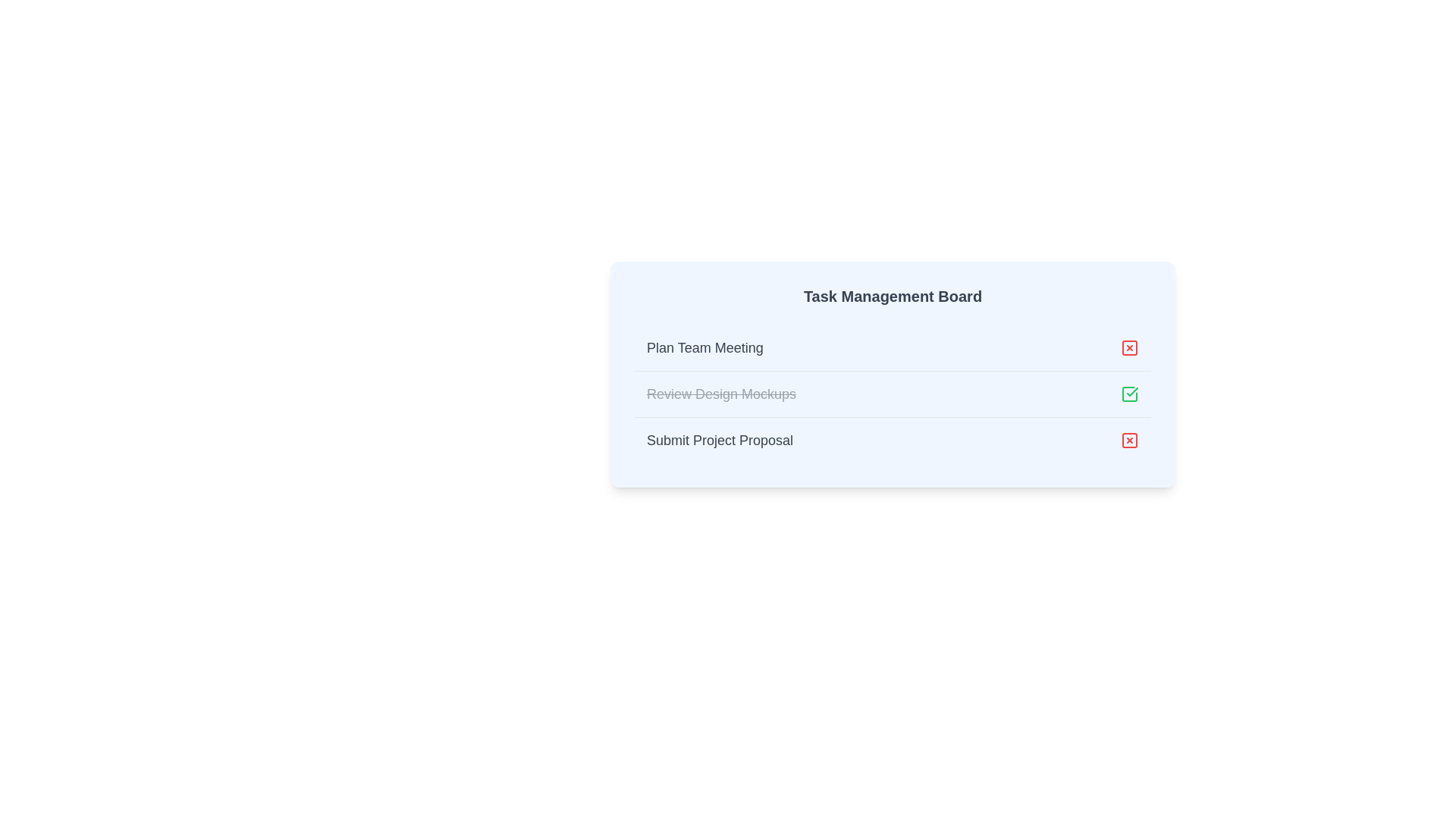 Image resolution: width=1456 pixels, height=819 pixels. I want to click on the completed task item 'Review Design Mockups' with a green checkmark, so click(893, 394).